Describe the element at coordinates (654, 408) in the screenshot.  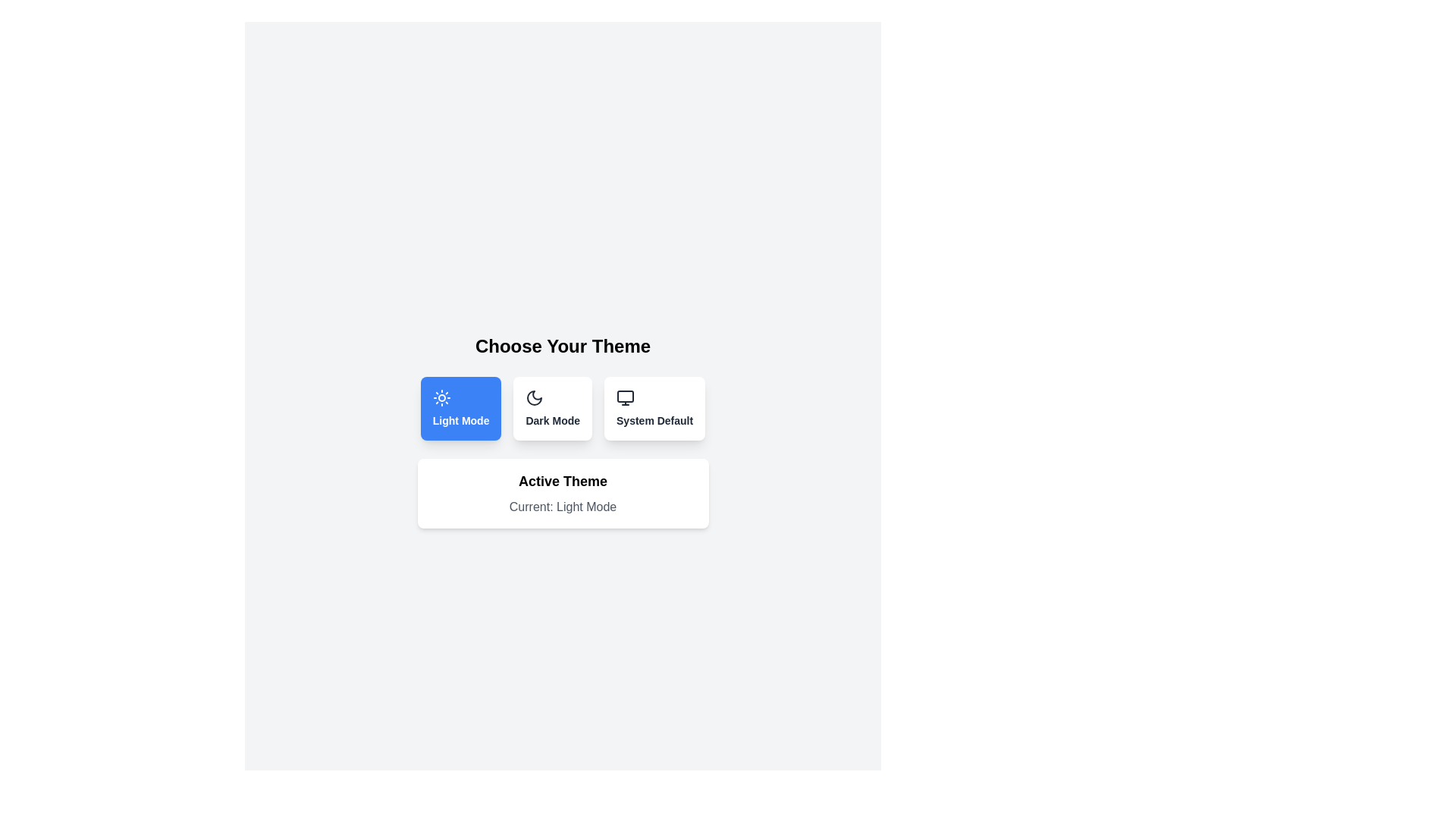
I see `the theme button labeled System Default to see the hover effect` at that location.